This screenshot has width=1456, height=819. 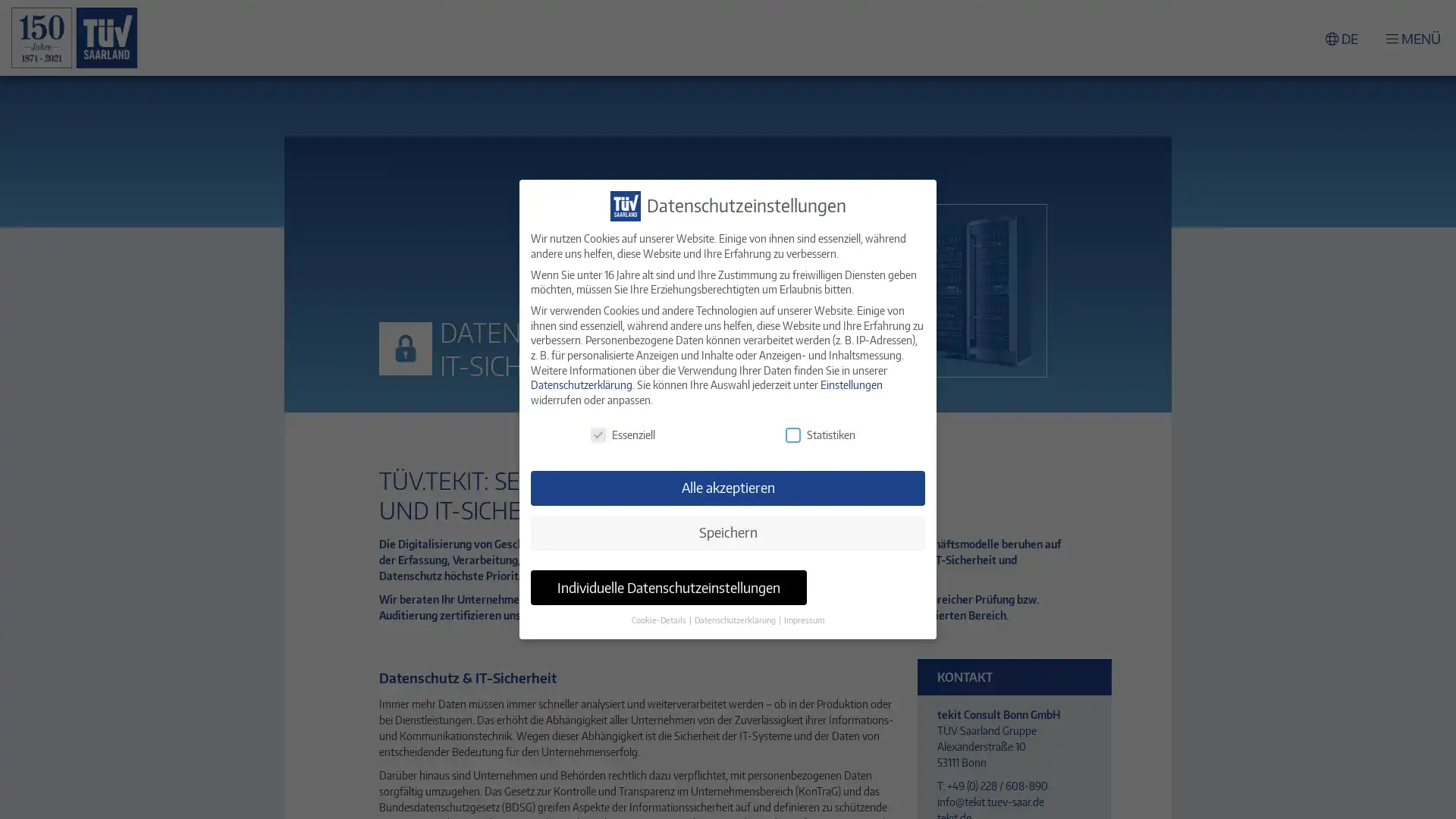 What do you see at coordinates (1411, 36) in the screenshot?
I see `MENU` at bounding box center [1411, 36].